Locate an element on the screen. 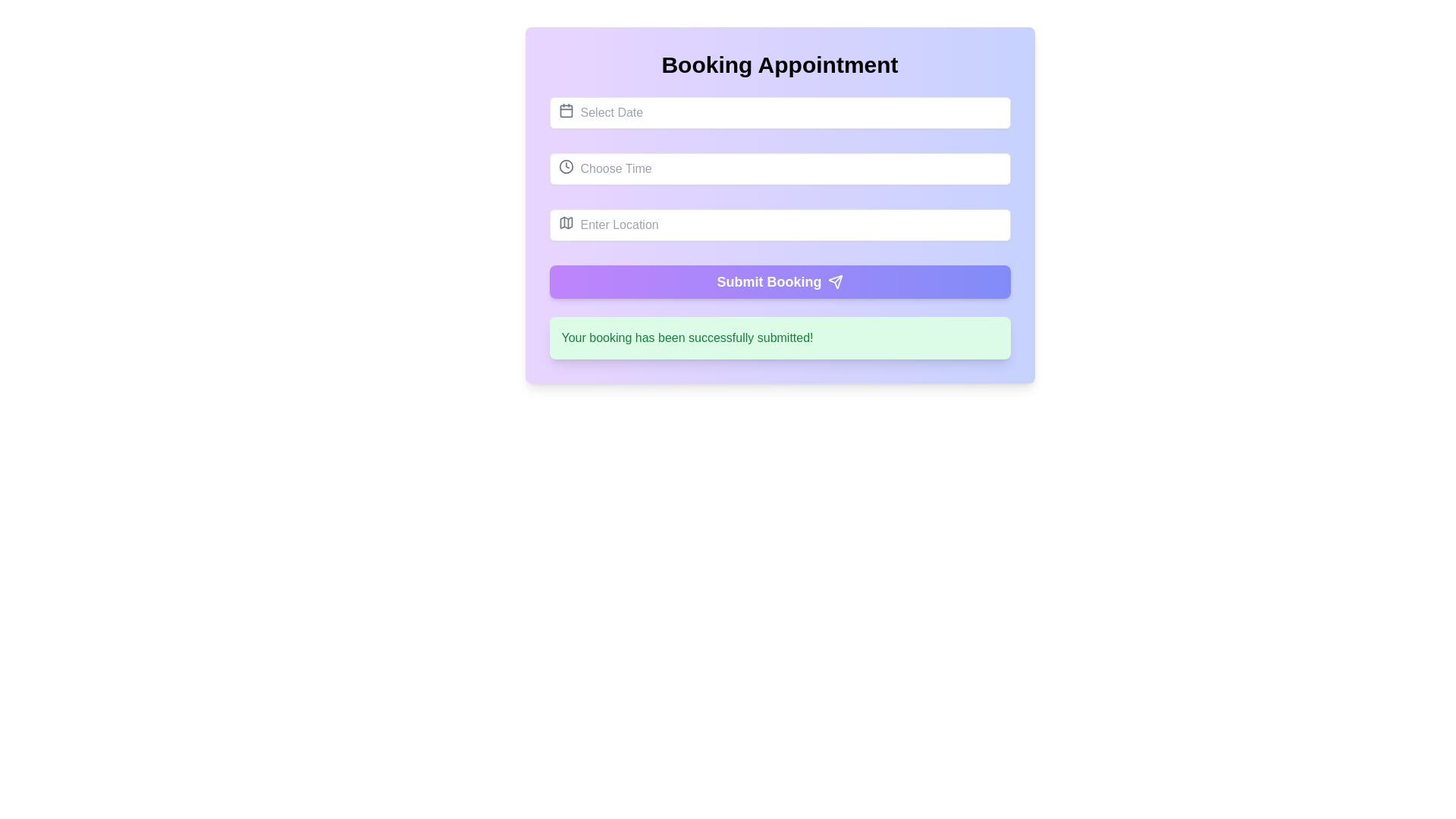 The image size is (1456, 819). a date using the calendar interface in the text input field labeled 'Select Date', which is styled with rounded corners and is positioned at the top of the form titled 'Booking Appointment' is located at coordinates (780, 112).